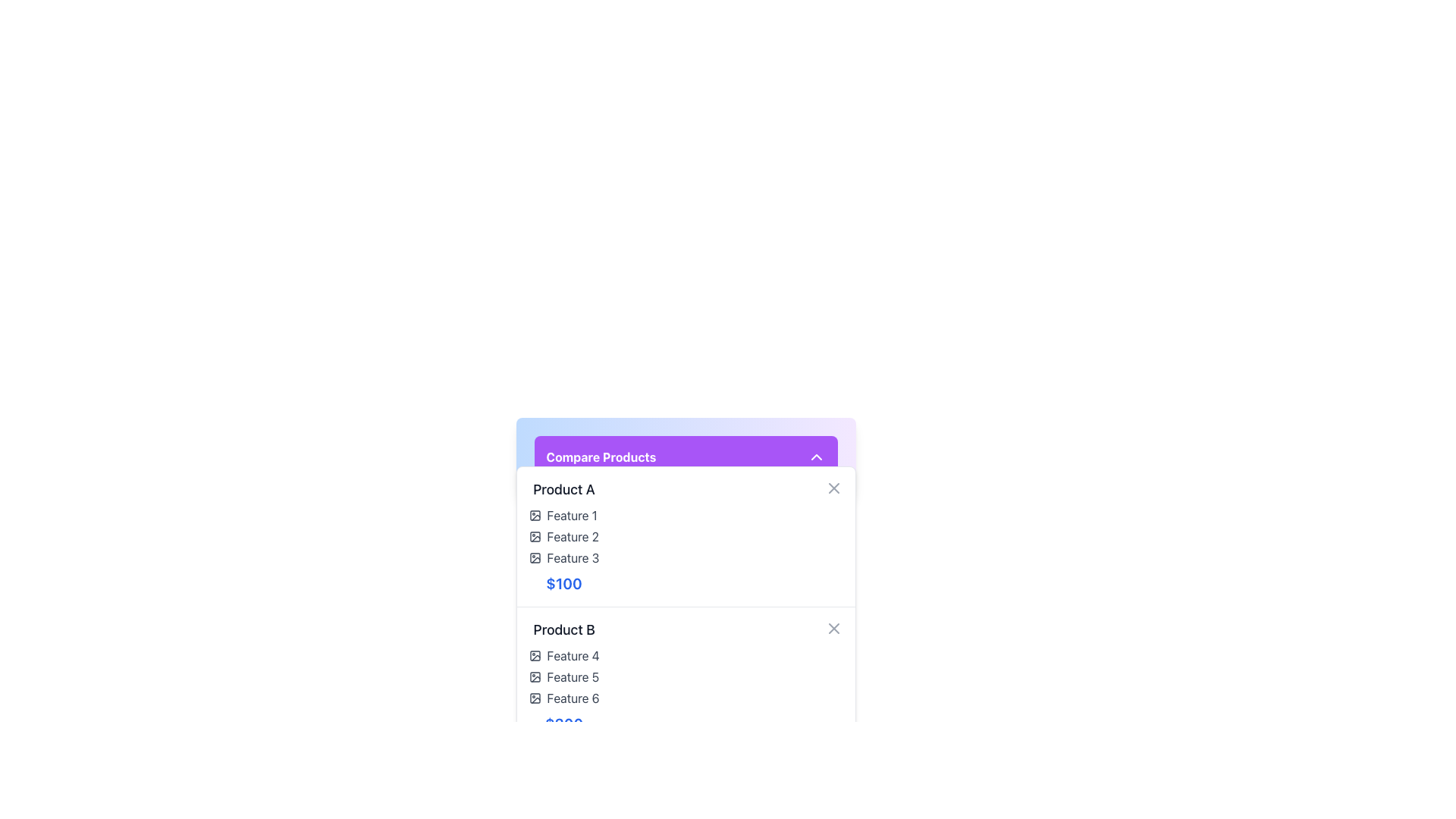 The height and width of the screenshot is (819, 1456). Describe the element at coordinates (563, 583) in the screenshot. I see `the text label displaying the value '$100', which is bold and blue, positioned at the bottom of the card for 'Product A'` at that location.